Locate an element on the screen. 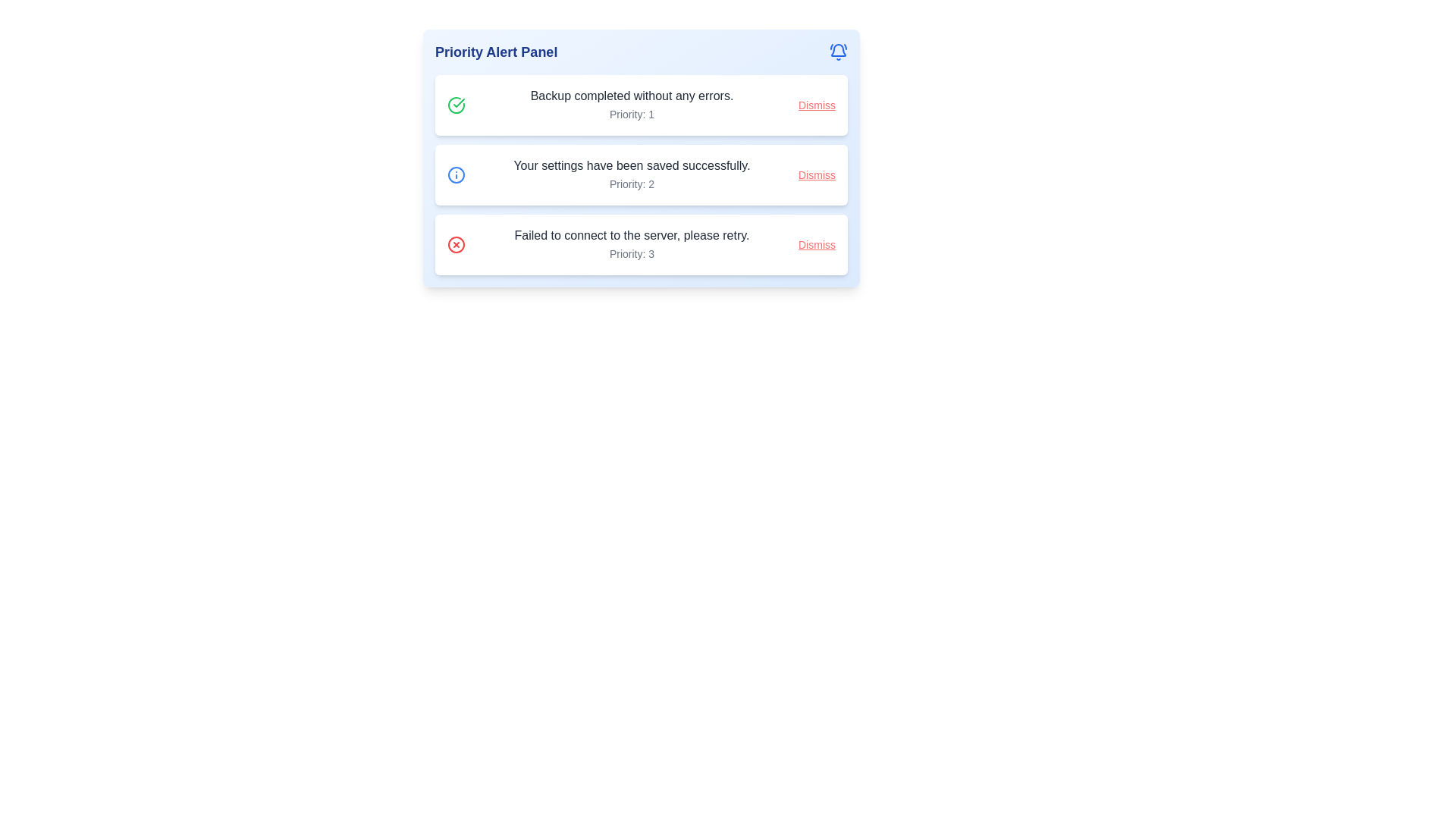 This screenshot has height=819, width=1456. informational text block displaying 'Your settings have been saved successfully.' and 'Priority: 2', which is the second alert message in the vertical list is located at coordinates (632, 174).